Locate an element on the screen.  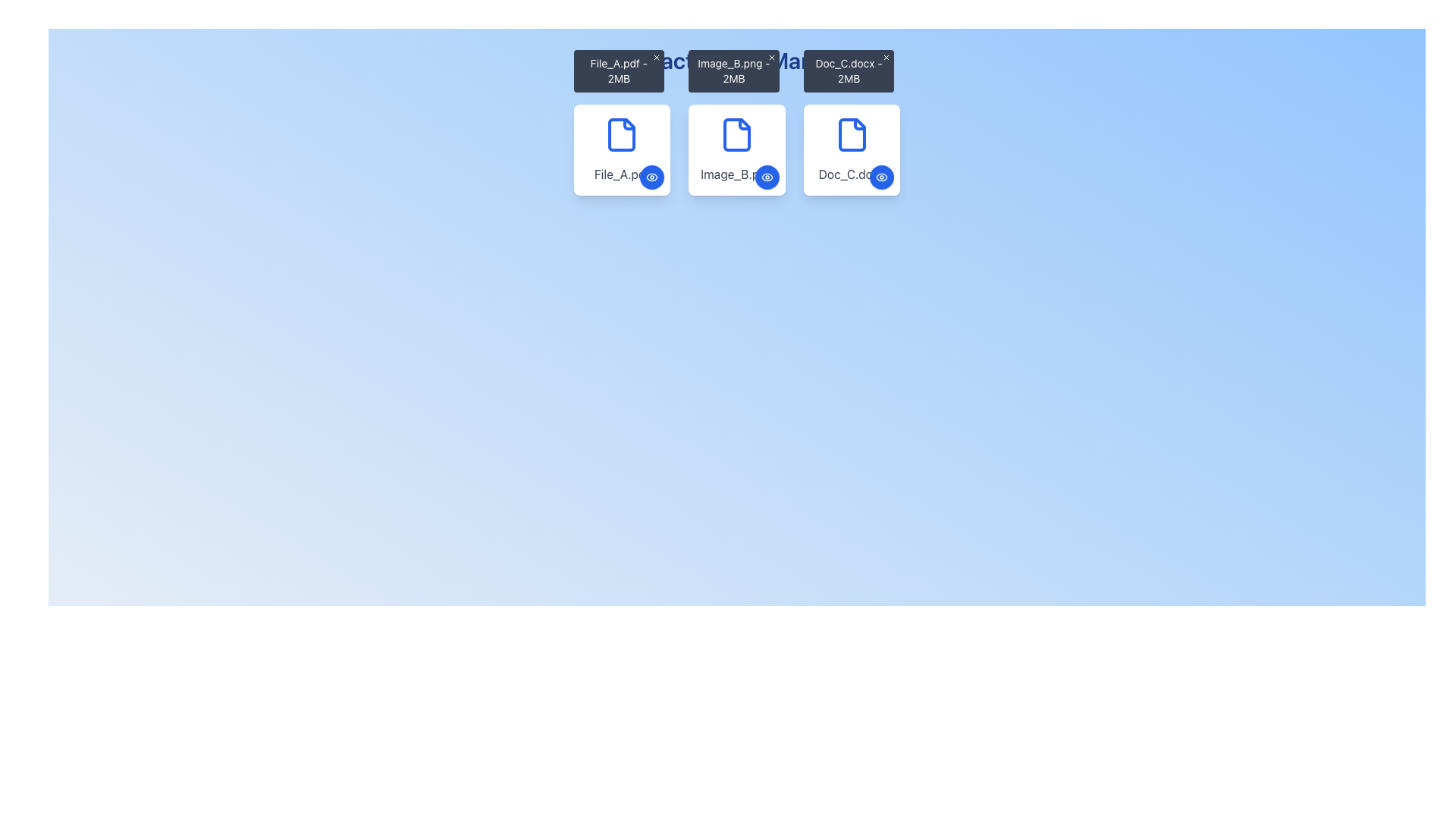
the Static Text Label displaying 'Doc_C.docx - 2MB' is located at coordinates (848, 71).